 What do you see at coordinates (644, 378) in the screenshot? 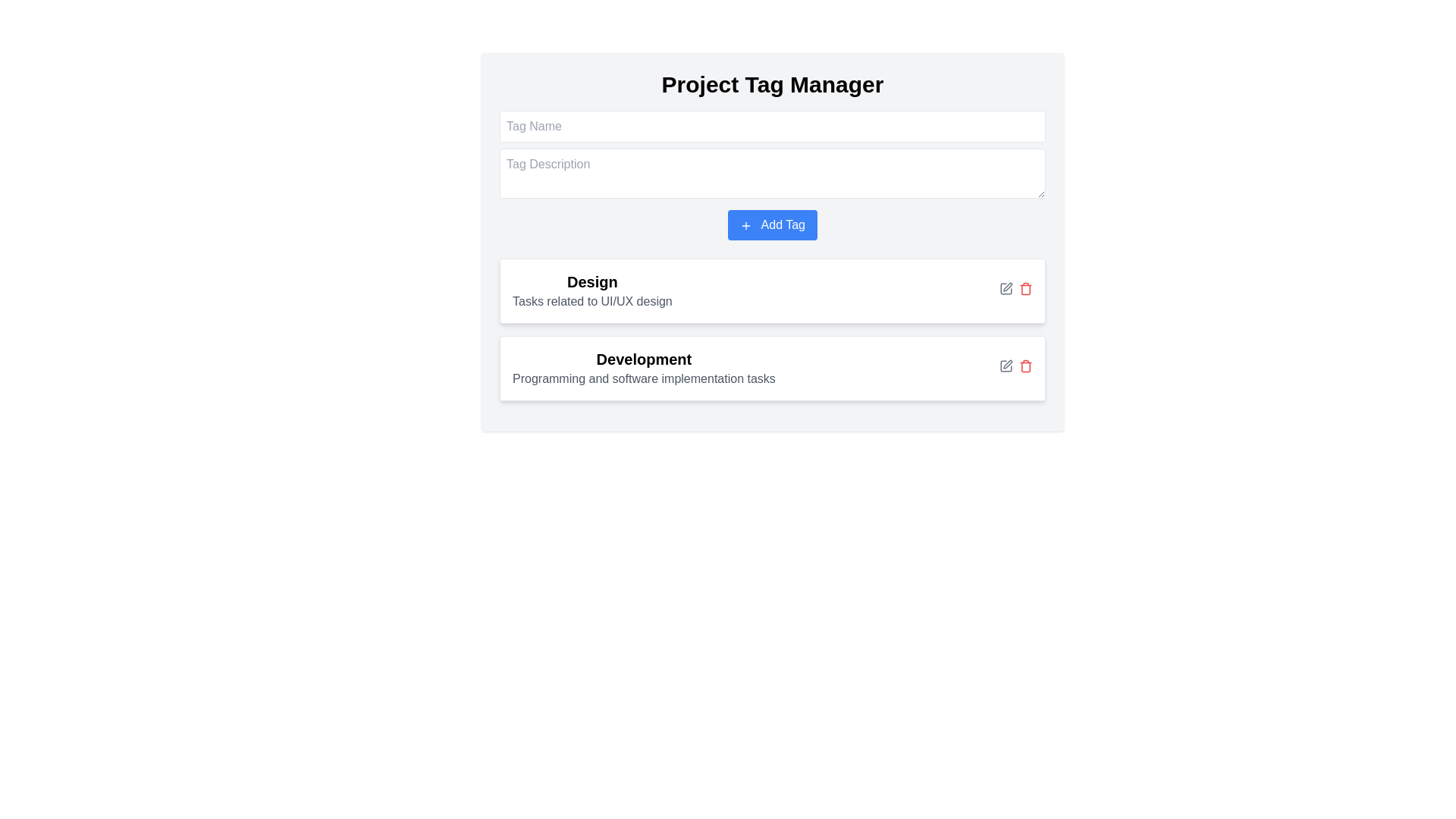
I see `the static text label displaying 'Programming and software implementation tasks' which is styled with a gray font and located below the bold title 'Development'` at bounding box center [644, 378].